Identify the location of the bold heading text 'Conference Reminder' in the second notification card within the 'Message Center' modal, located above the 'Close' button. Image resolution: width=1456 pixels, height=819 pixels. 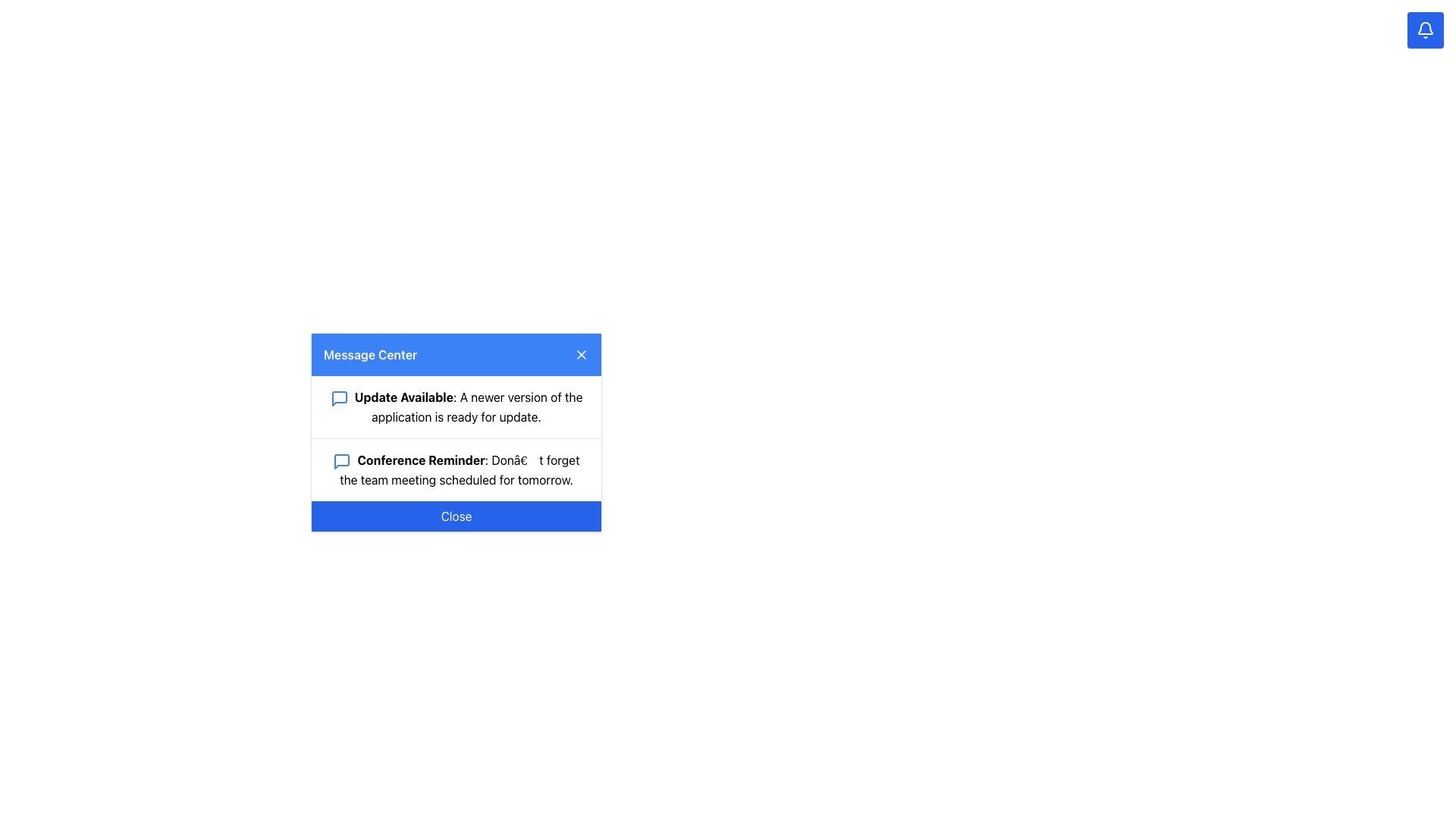
(421, 459).